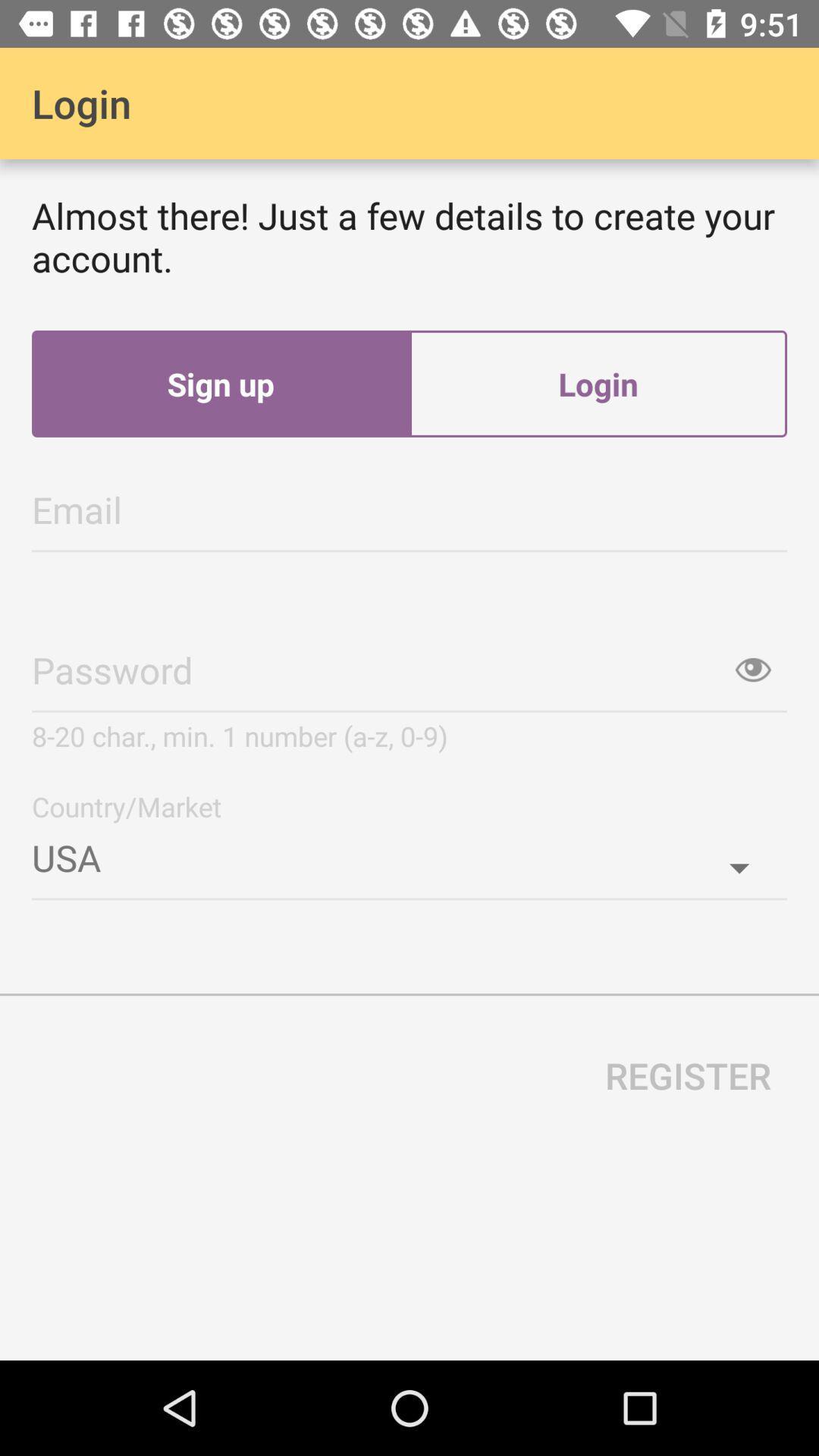  I want to click on icon below almost there just, so click(220, 384).